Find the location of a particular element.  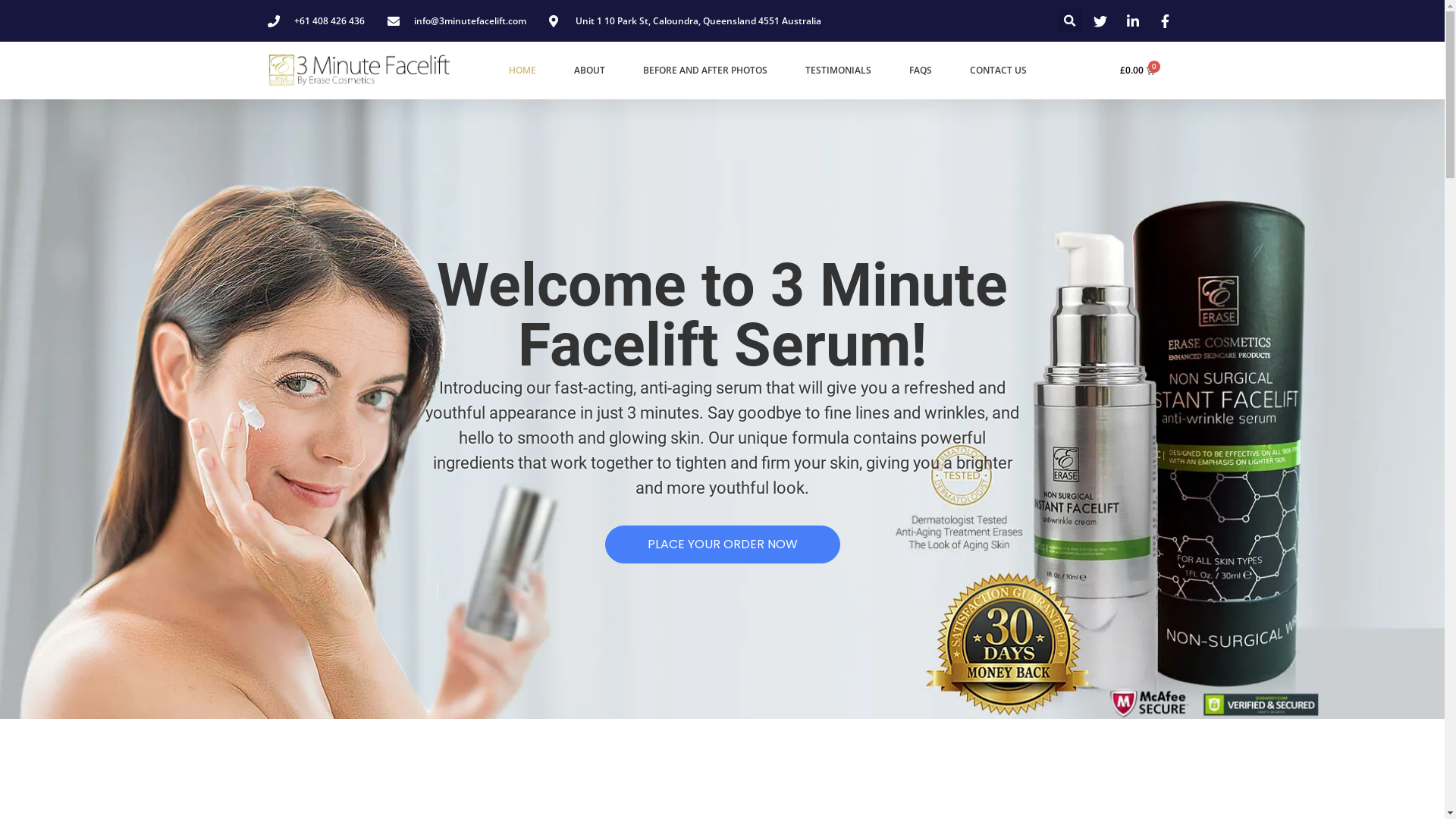

'HOME' is located at coordinates (522, 70).